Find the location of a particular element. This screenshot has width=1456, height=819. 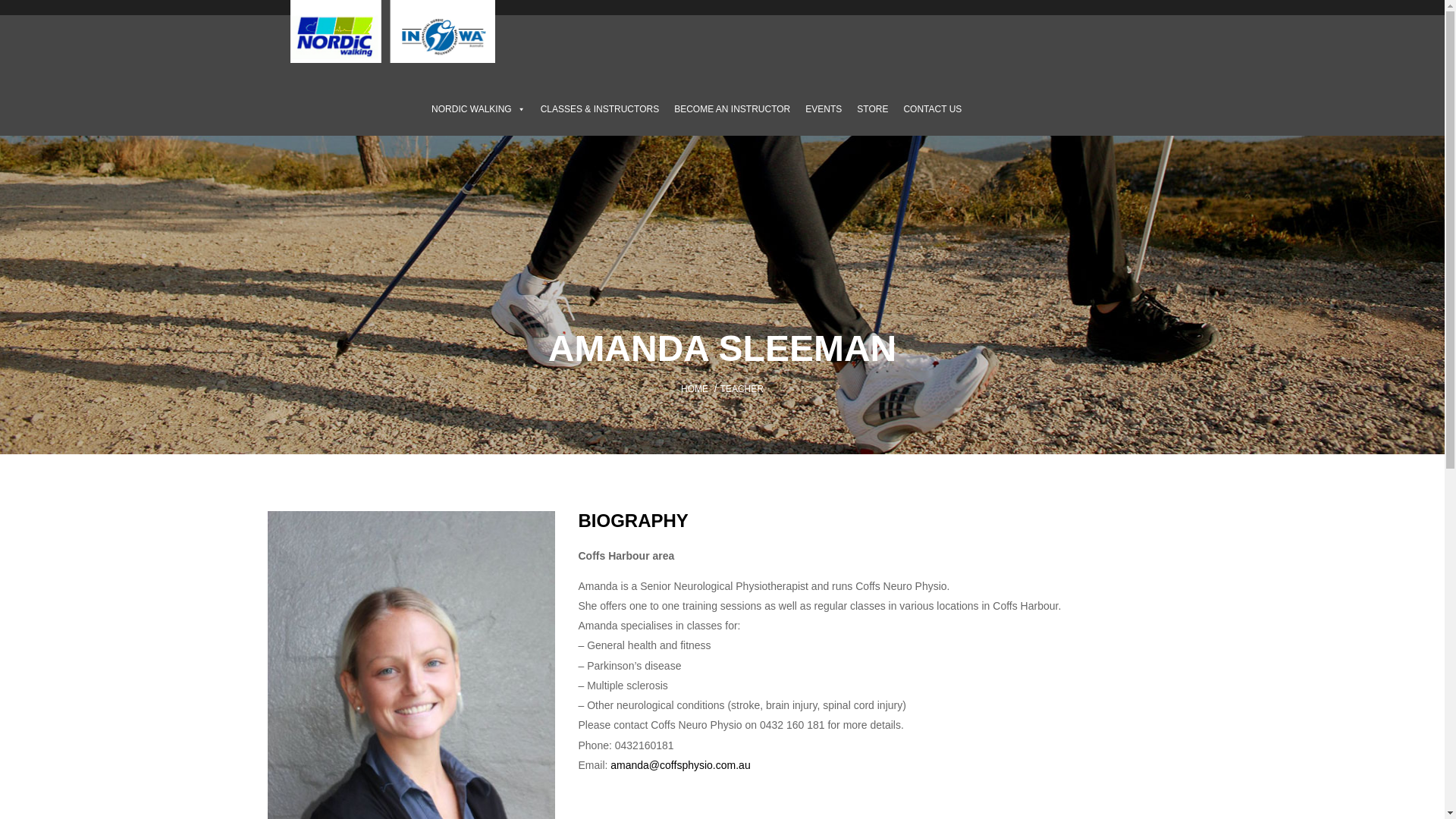

'CLASSES & INSTRUCTORS' is located at coordinates (599, 108).